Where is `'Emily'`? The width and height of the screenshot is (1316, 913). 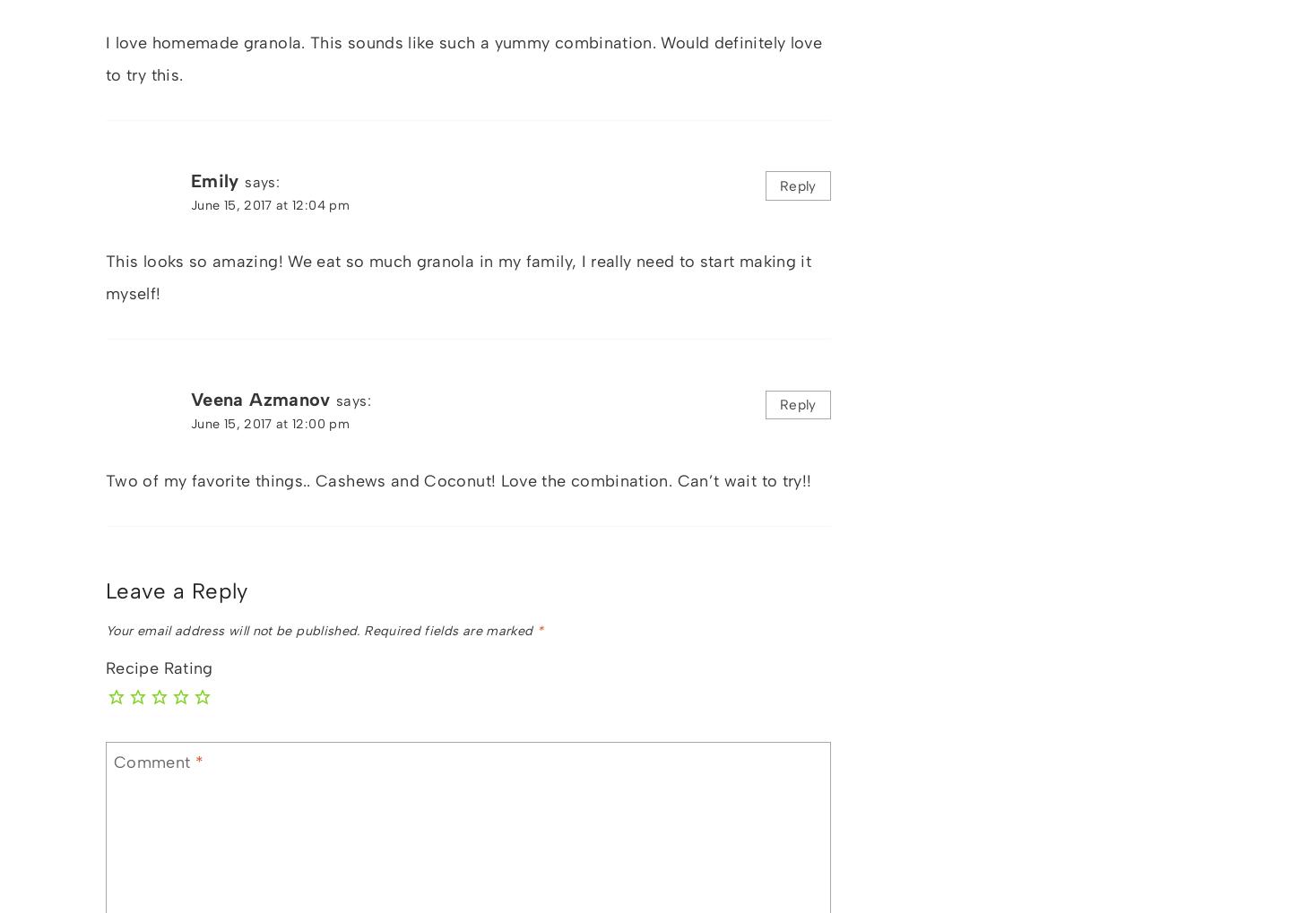 'Emily' is located at coordinates (214, 179).